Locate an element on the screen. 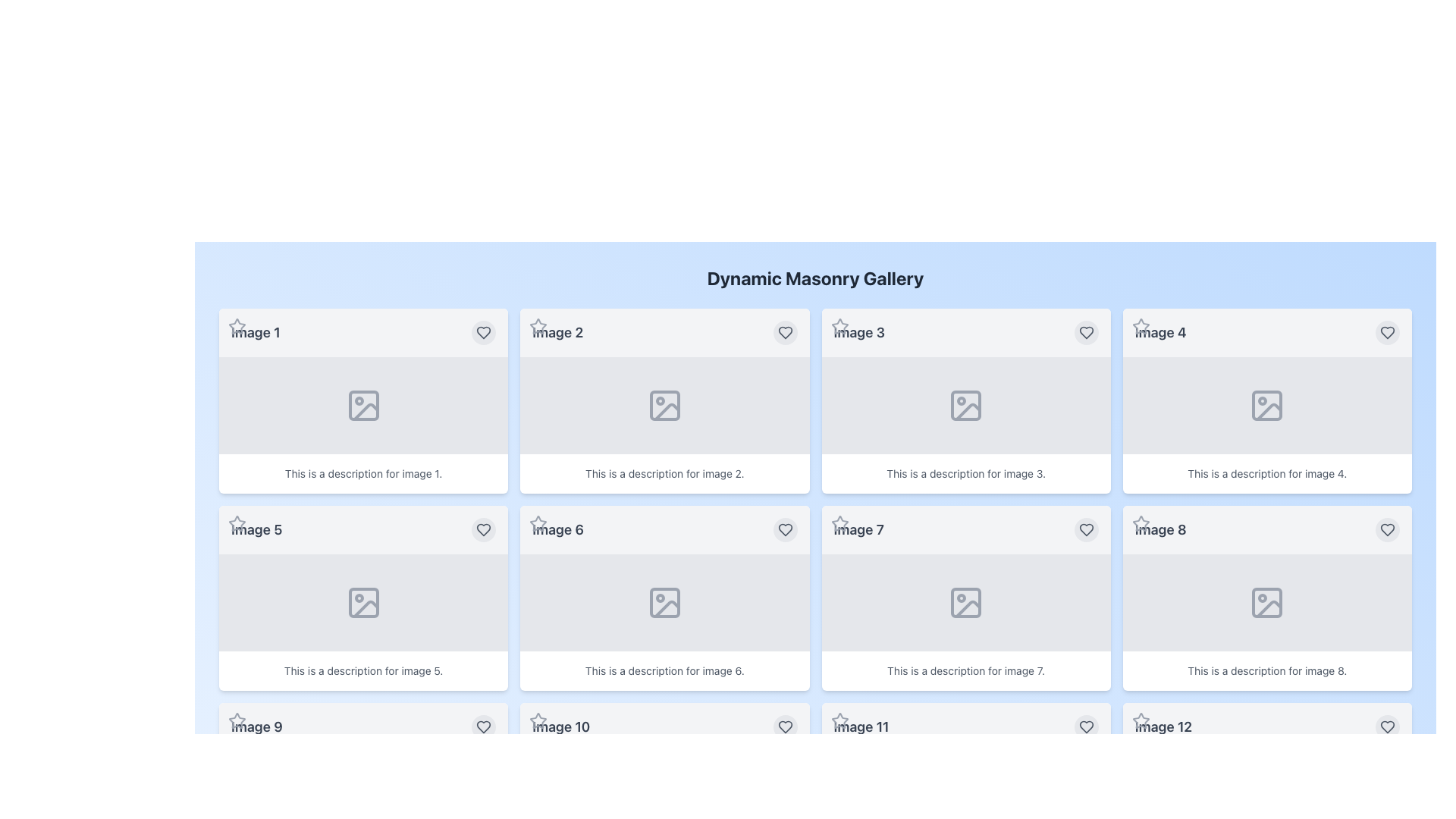 This screenshot has height=819, width=1456. the heart icon in the top-right corner of the first card labeled 'Image 1' in the 'Dynamic Masonry Gallery' is located at coordinates (483, 332).